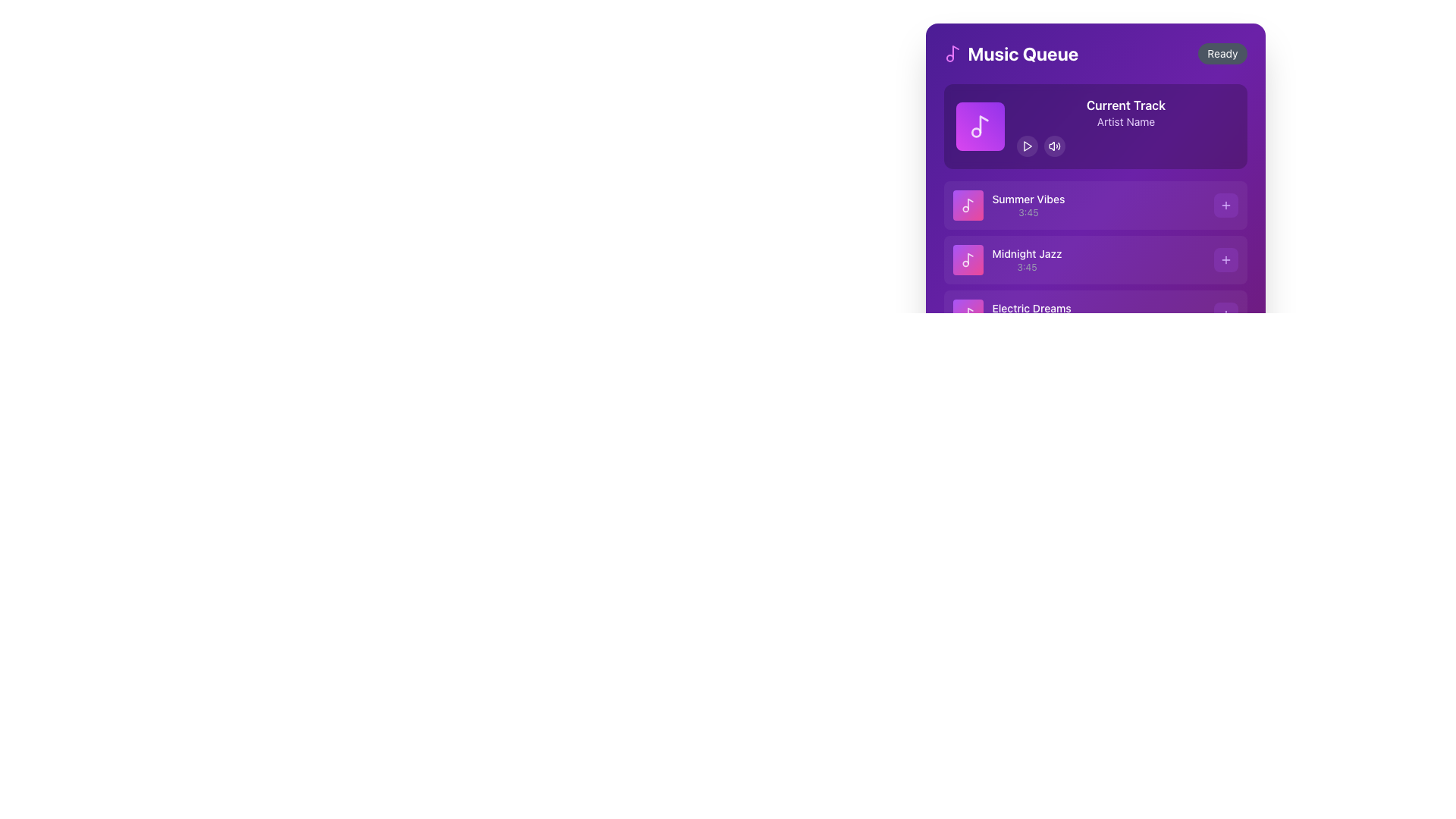  What do you see at coordinates (1095, 125) in the screenshot?
I see `the currently playing track information element, which is located below the 'Music Queue' heading and above the listed tracks` at bounding box center [1095, 125].